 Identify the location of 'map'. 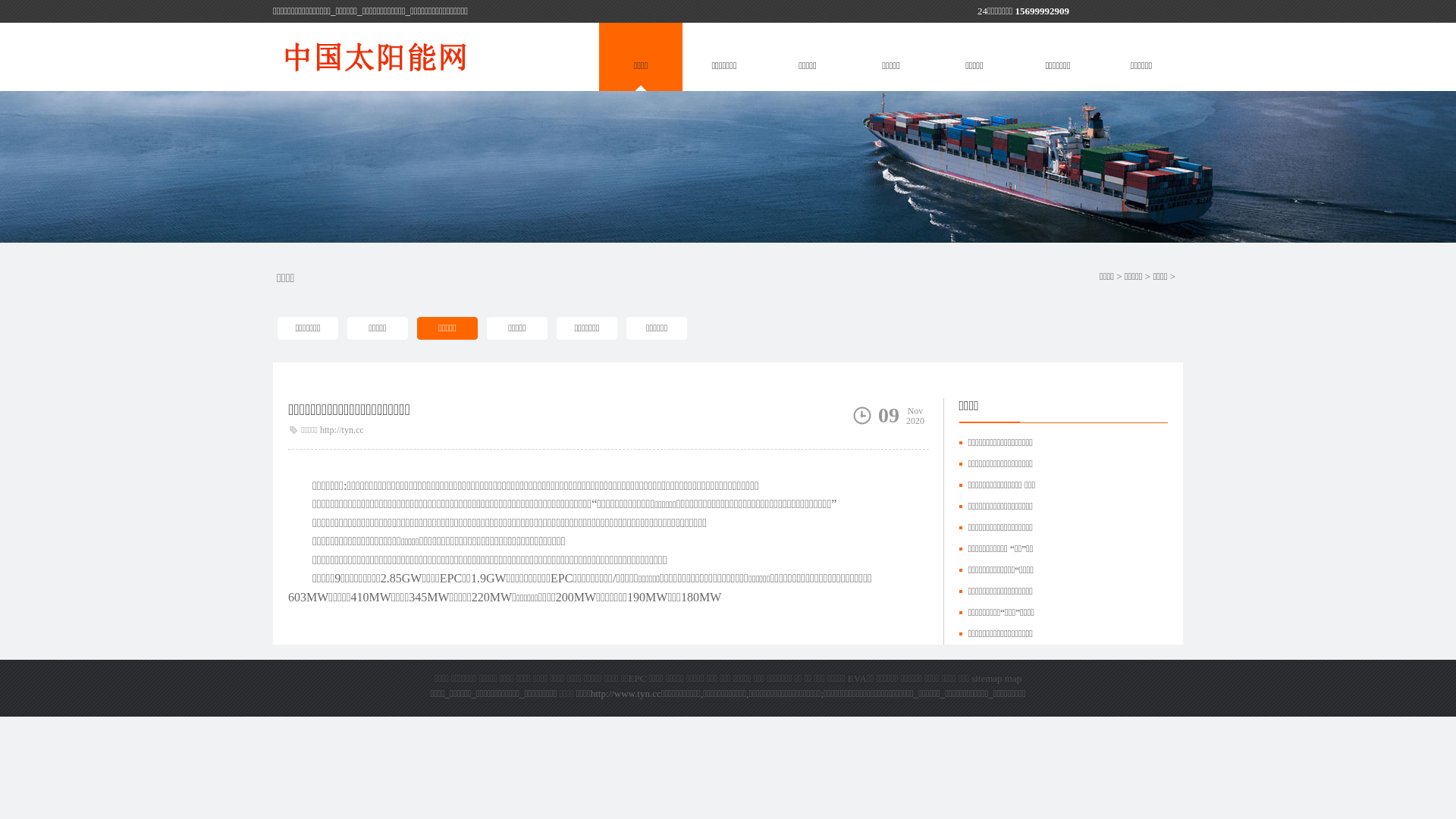
(1004, 677).